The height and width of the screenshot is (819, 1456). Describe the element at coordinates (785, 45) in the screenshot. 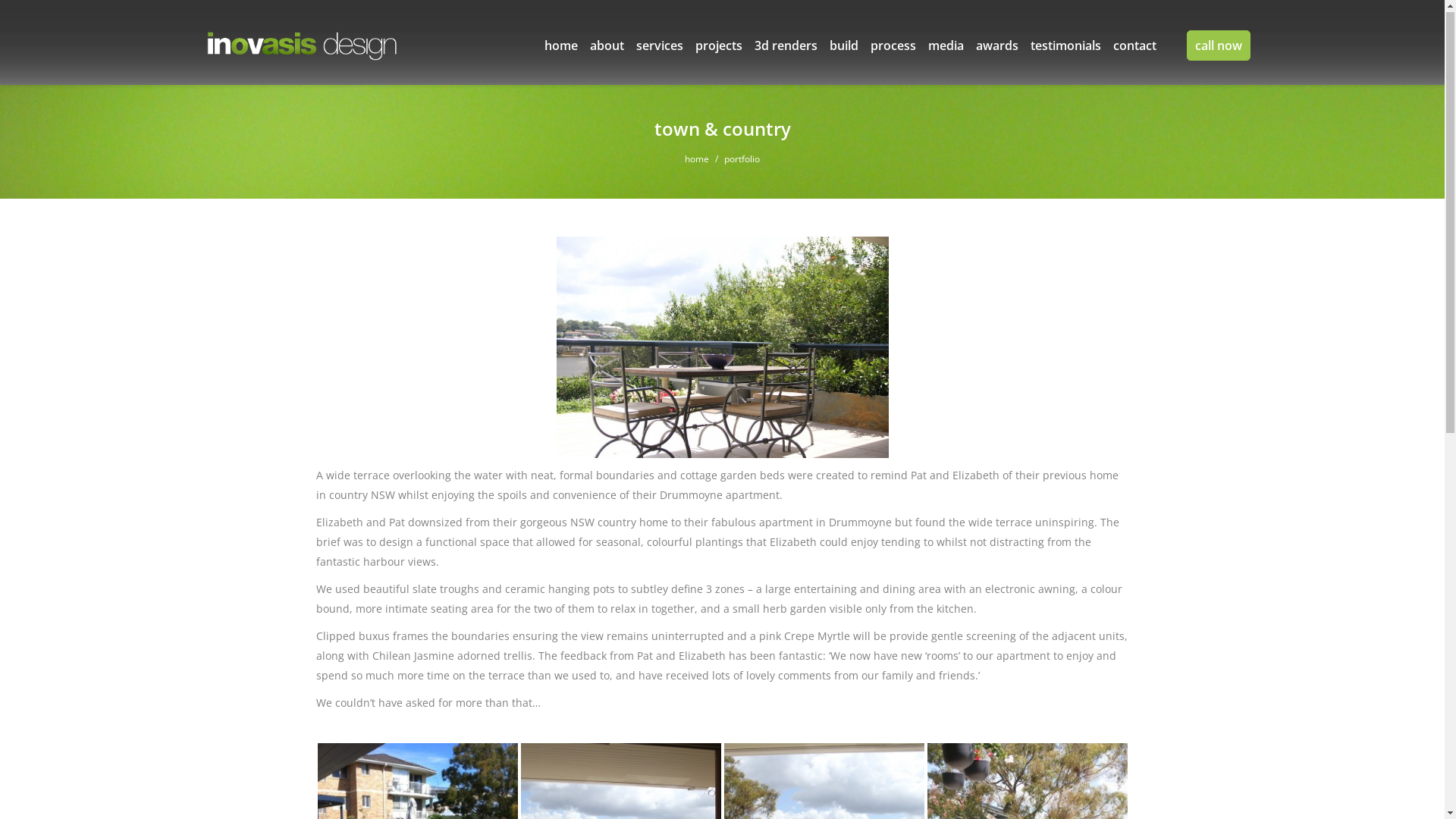

I see `'3d renders'` at that location.